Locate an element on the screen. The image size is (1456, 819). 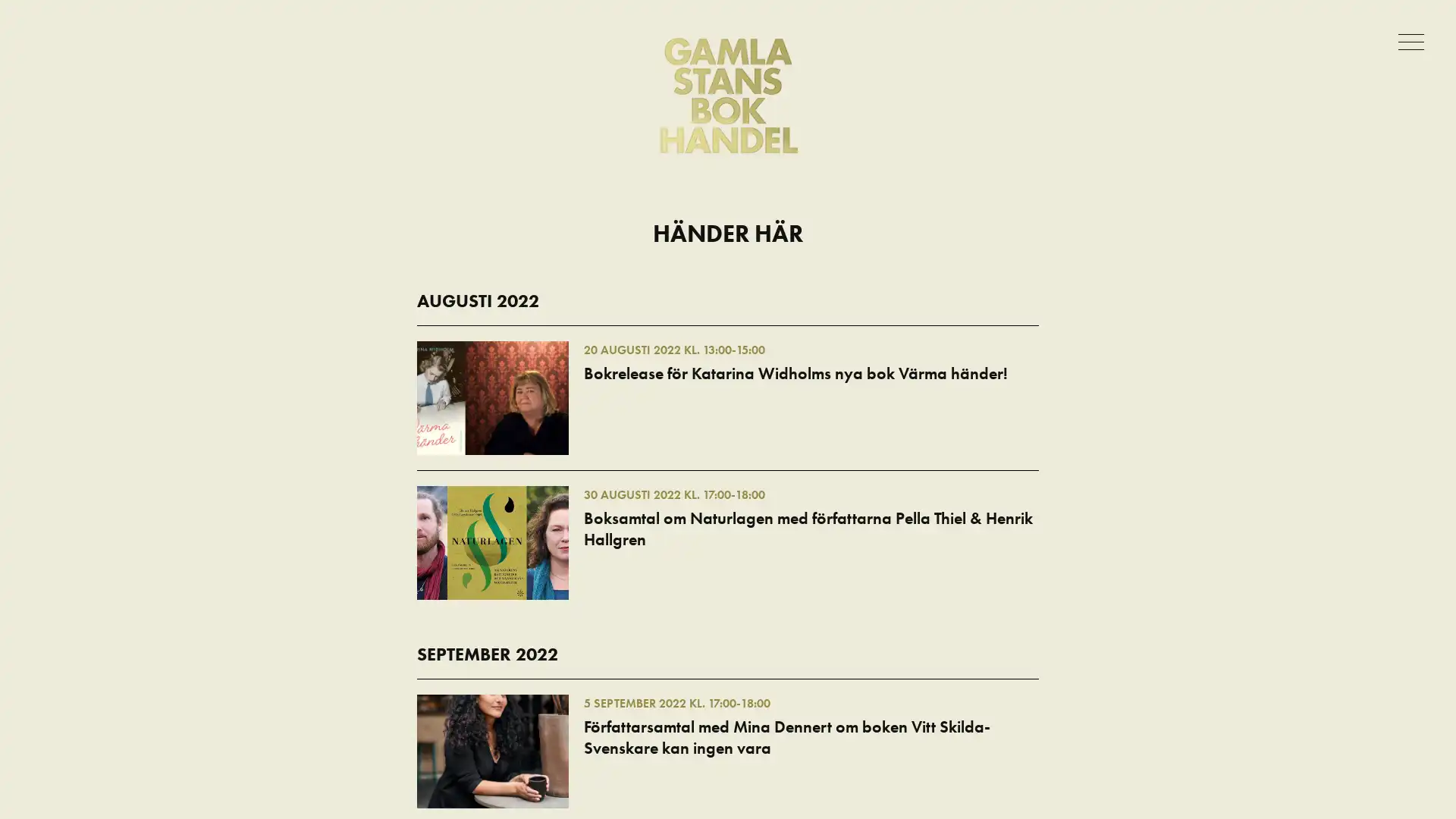
Meny is located at coordinates (1414, 40).